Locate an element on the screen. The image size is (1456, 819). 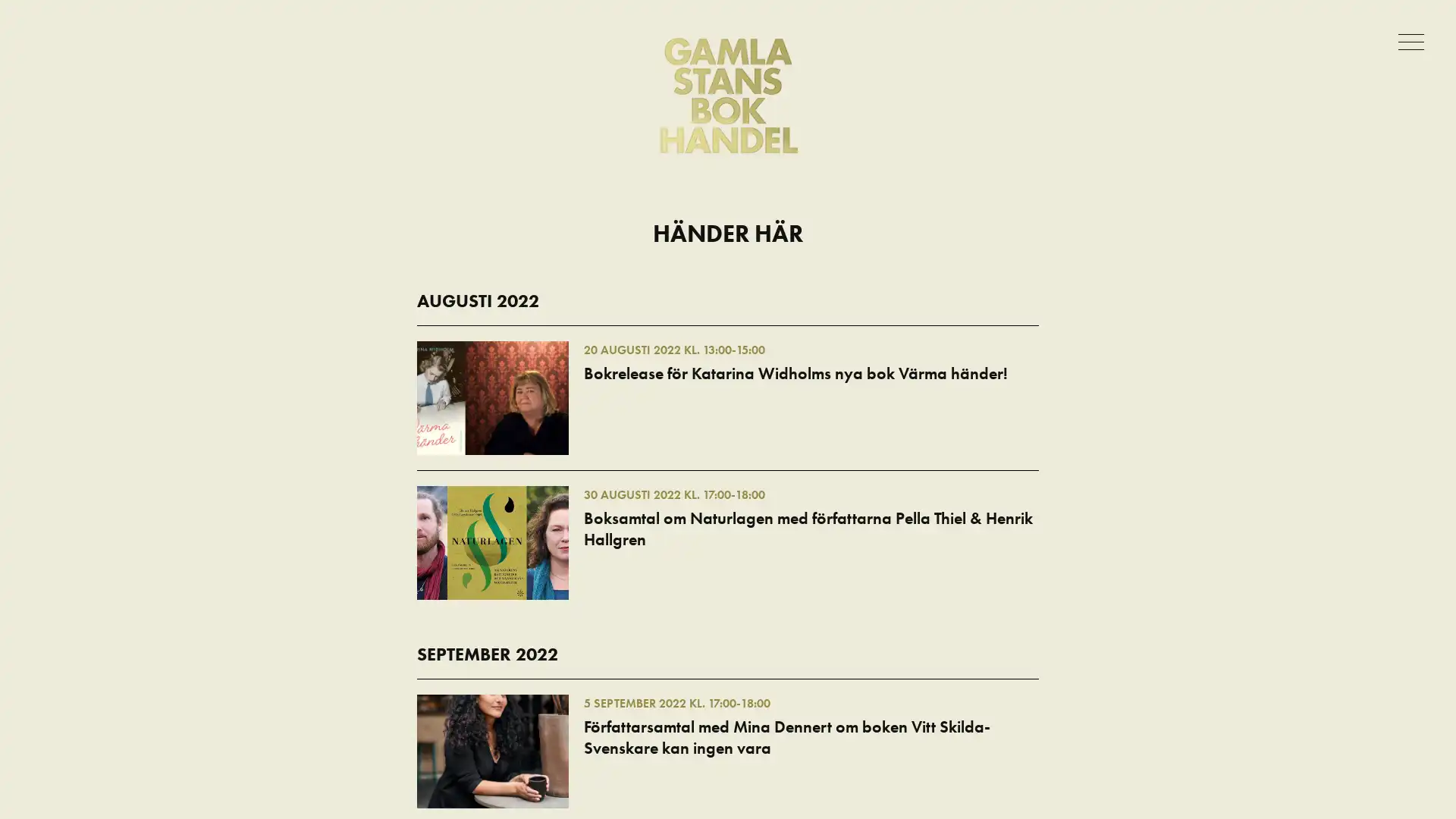
Meny is located at coordinates (1414, 40).